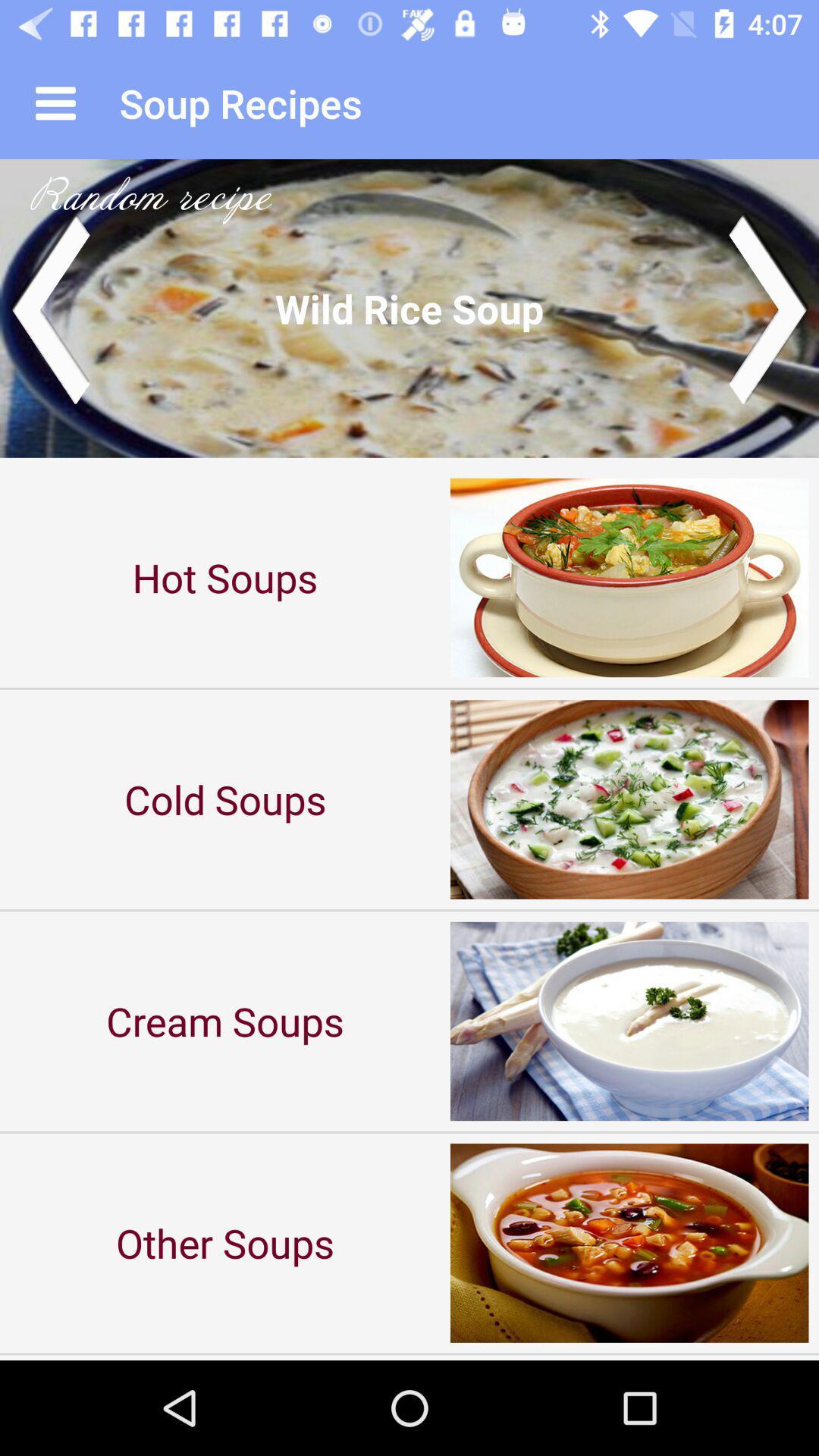 The width and height of the screenshot is (819, 1456). I want to click on the previous images or style sheets in cascading view, so click(49, 307).